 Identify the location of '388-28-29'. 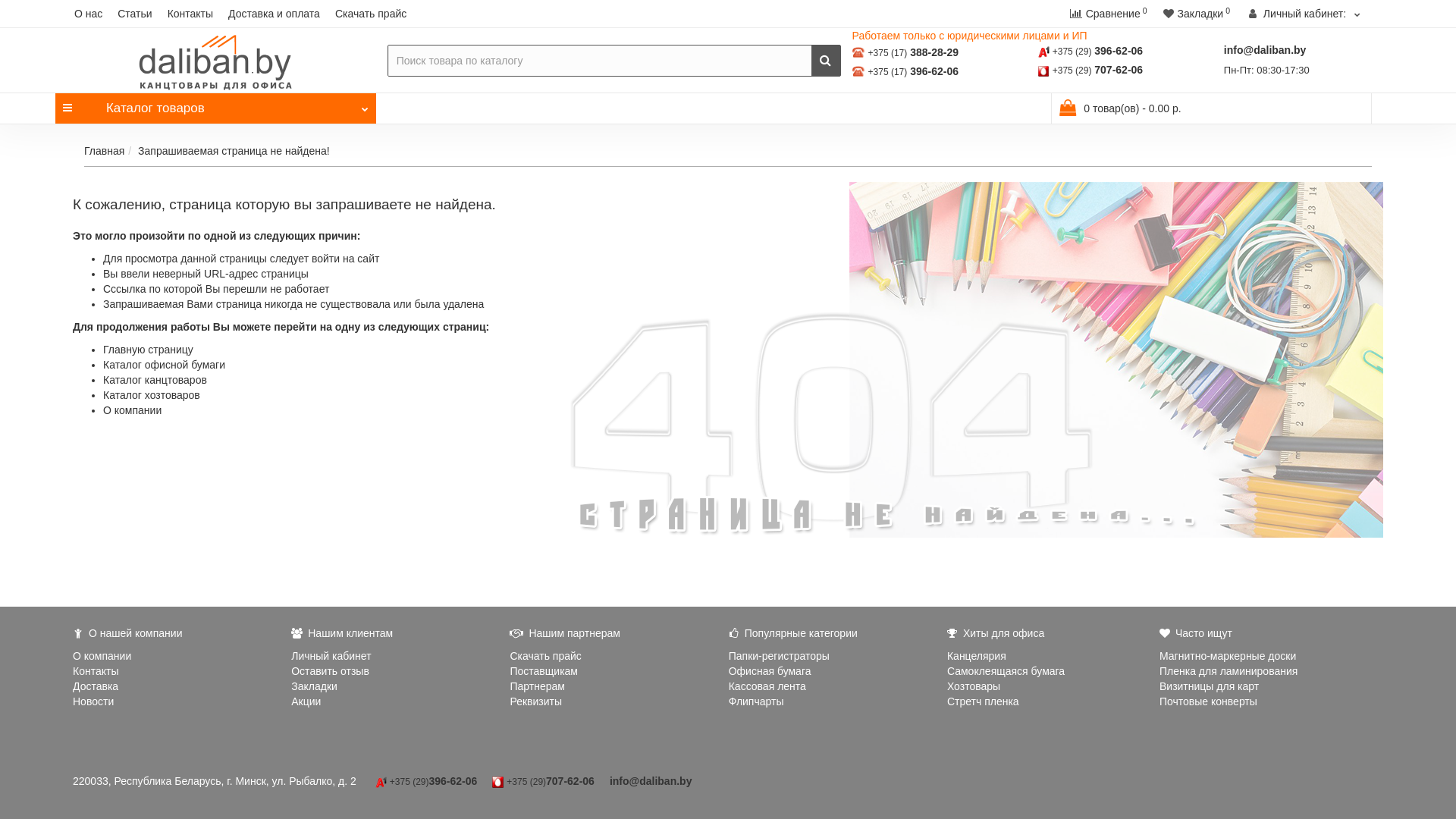
(934, 52).